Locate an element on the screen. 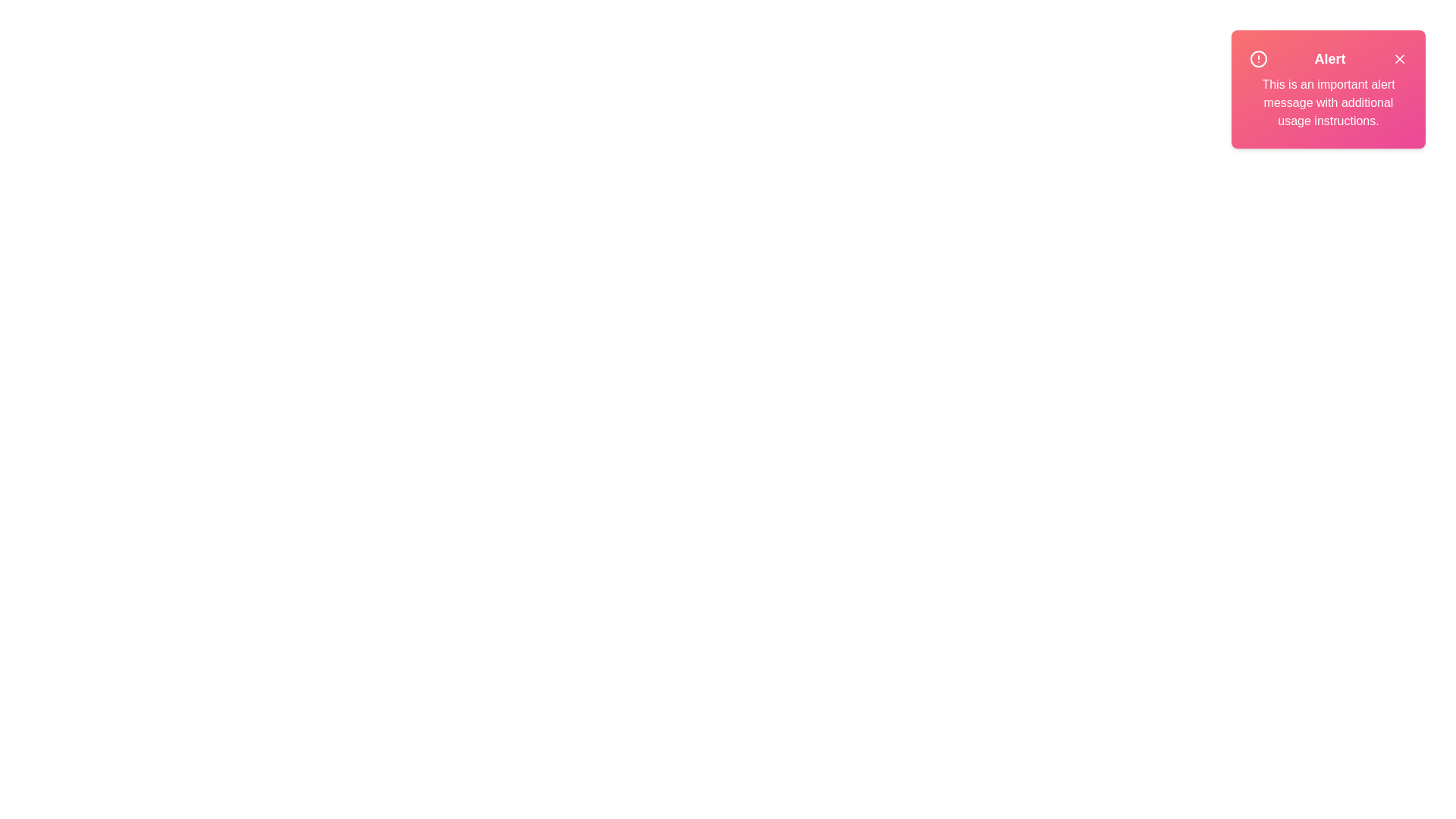 The height and width of the screenshot is (819, 1456). the close button of the alert is located at coordinates (1398, 58).